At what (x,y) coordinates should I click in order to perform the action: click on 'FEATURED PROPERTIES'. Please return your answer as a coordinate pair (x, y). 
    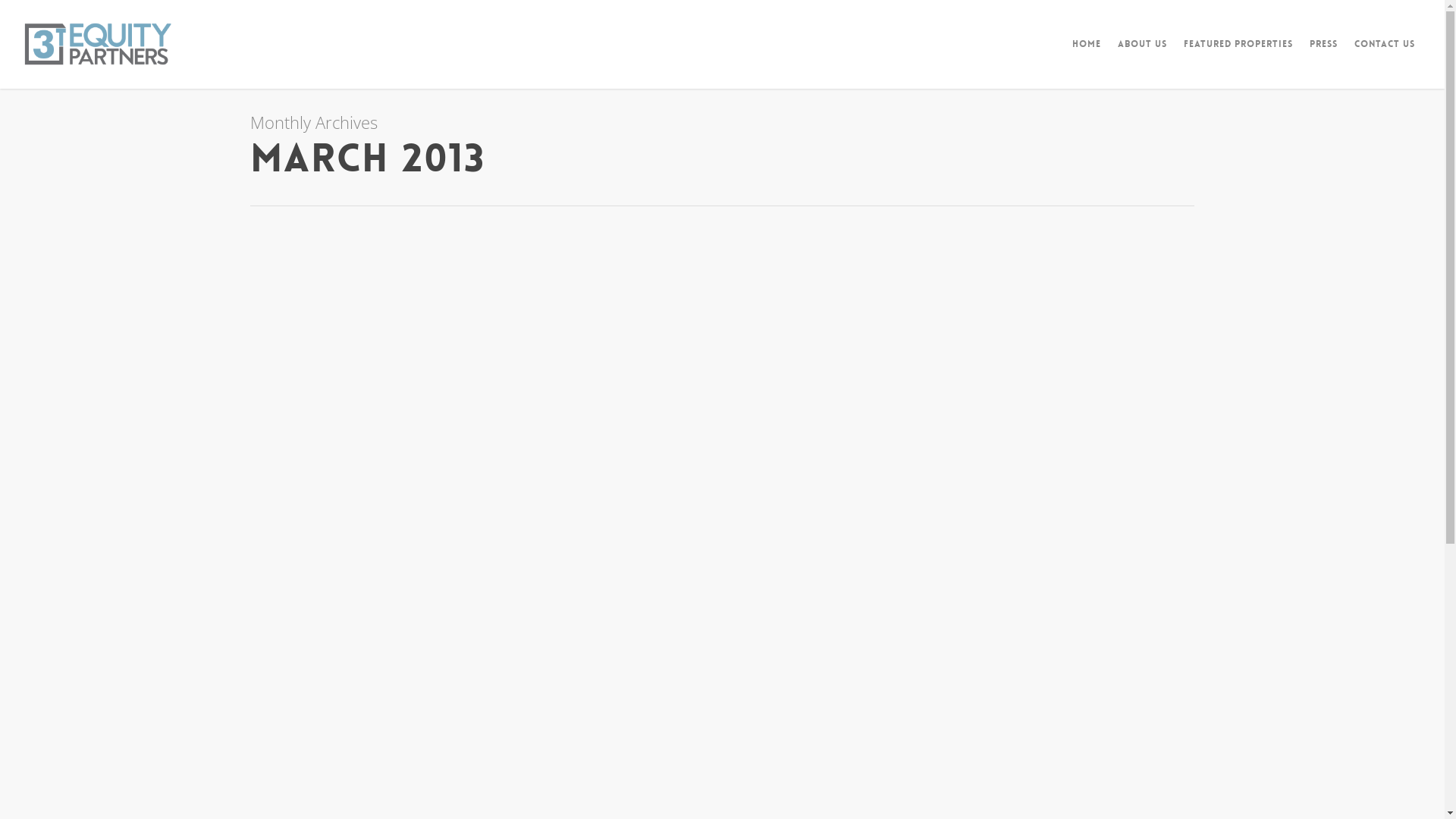
    Looking at the image, I should click on (1238, 54).